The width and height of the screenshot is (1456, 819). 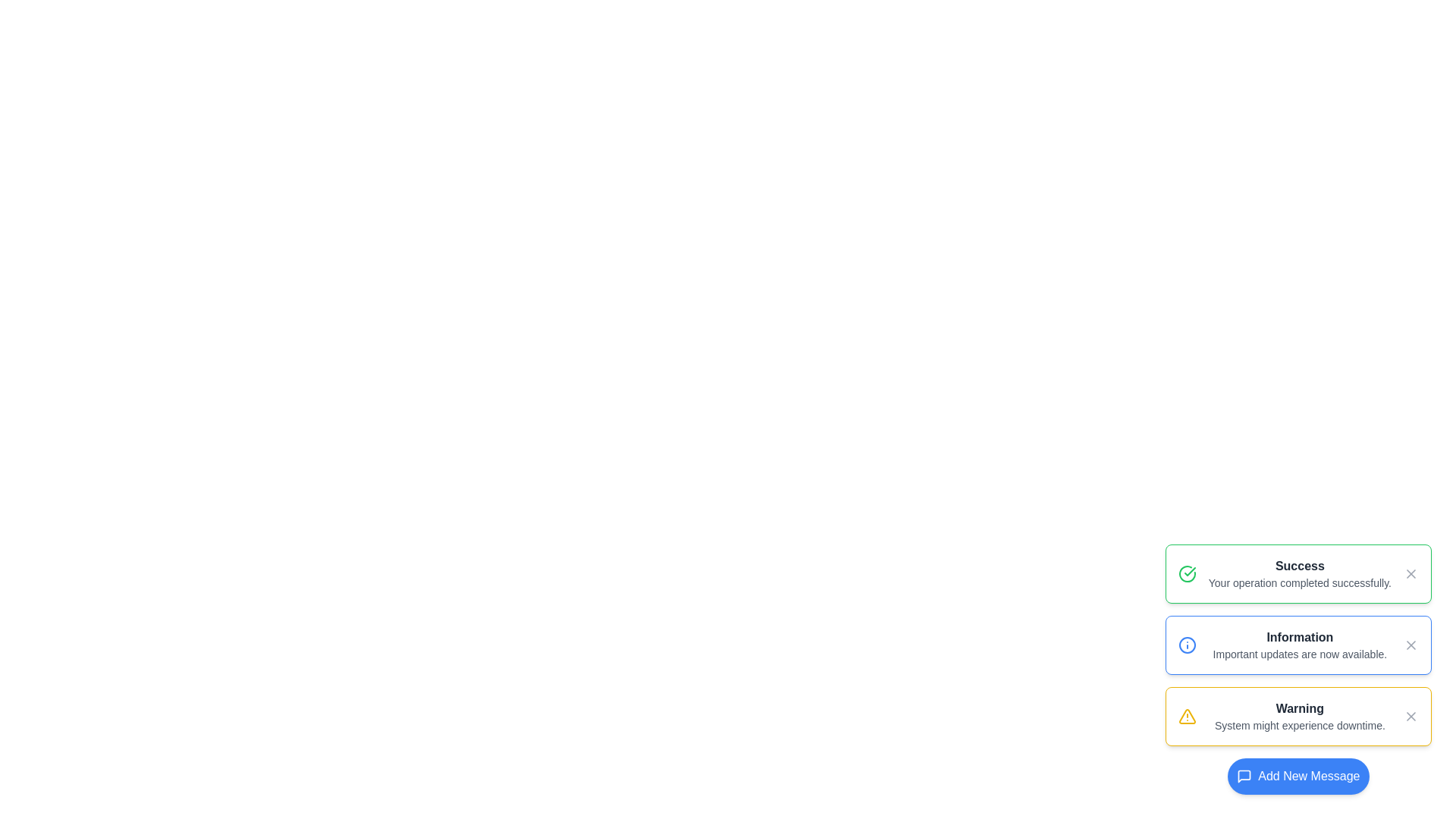 What do you see at coordinates (1244, 776) in the screenshot?
I see `the speech bubble icon located inside the 'Add New Message' button at the bottom-right corner of the interface` at bounding box center [1244, 776].